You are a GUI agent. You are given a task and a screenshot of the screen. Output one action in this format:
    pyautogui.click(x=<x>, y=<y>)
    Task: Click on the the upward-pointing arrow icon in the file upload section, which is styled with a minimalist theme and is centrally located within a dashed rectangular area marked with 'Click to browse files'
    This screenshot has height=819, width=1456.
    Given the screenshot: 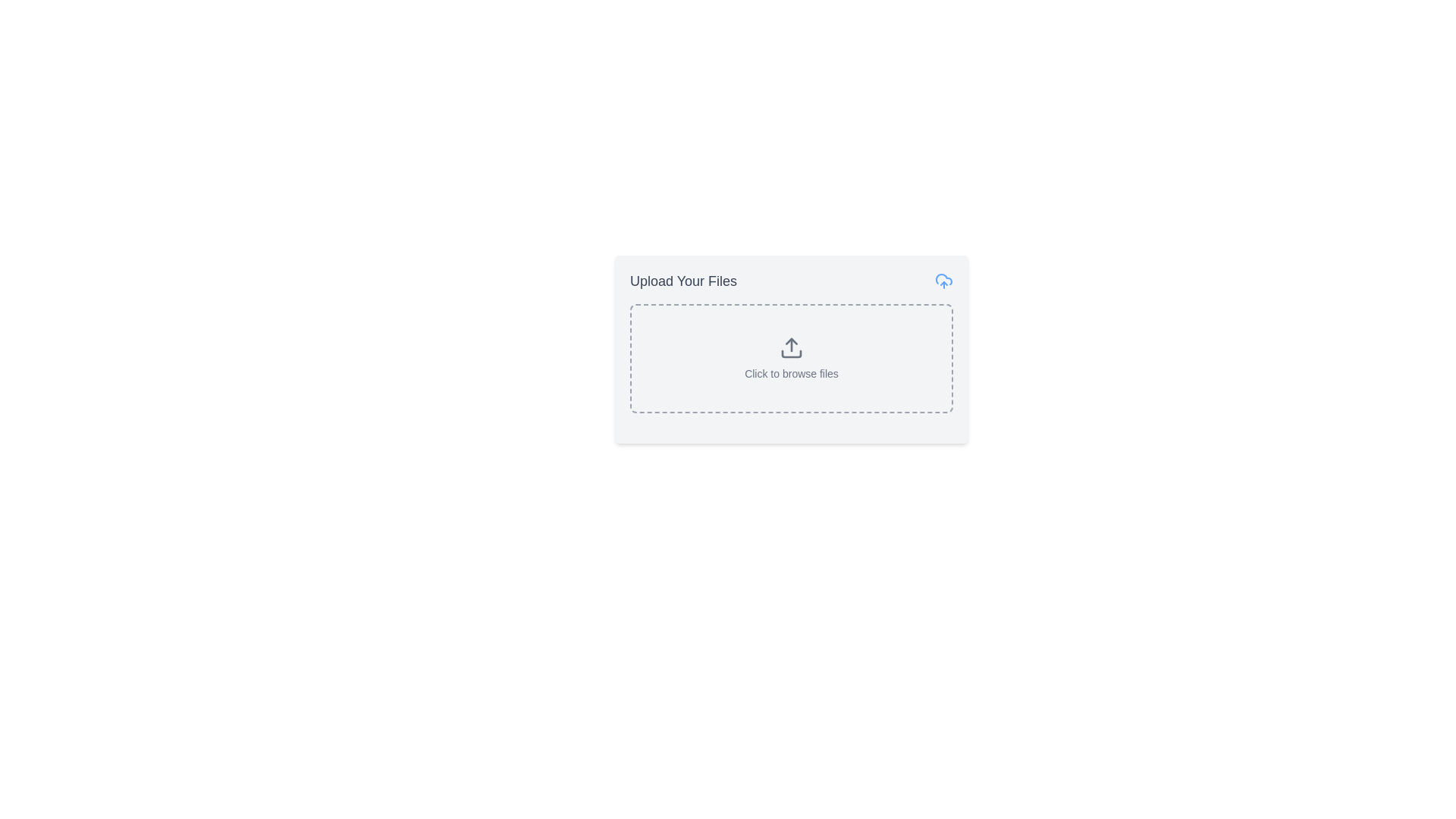 What is the action you would take?
    pyautogui.click(x=790, y=348)
    